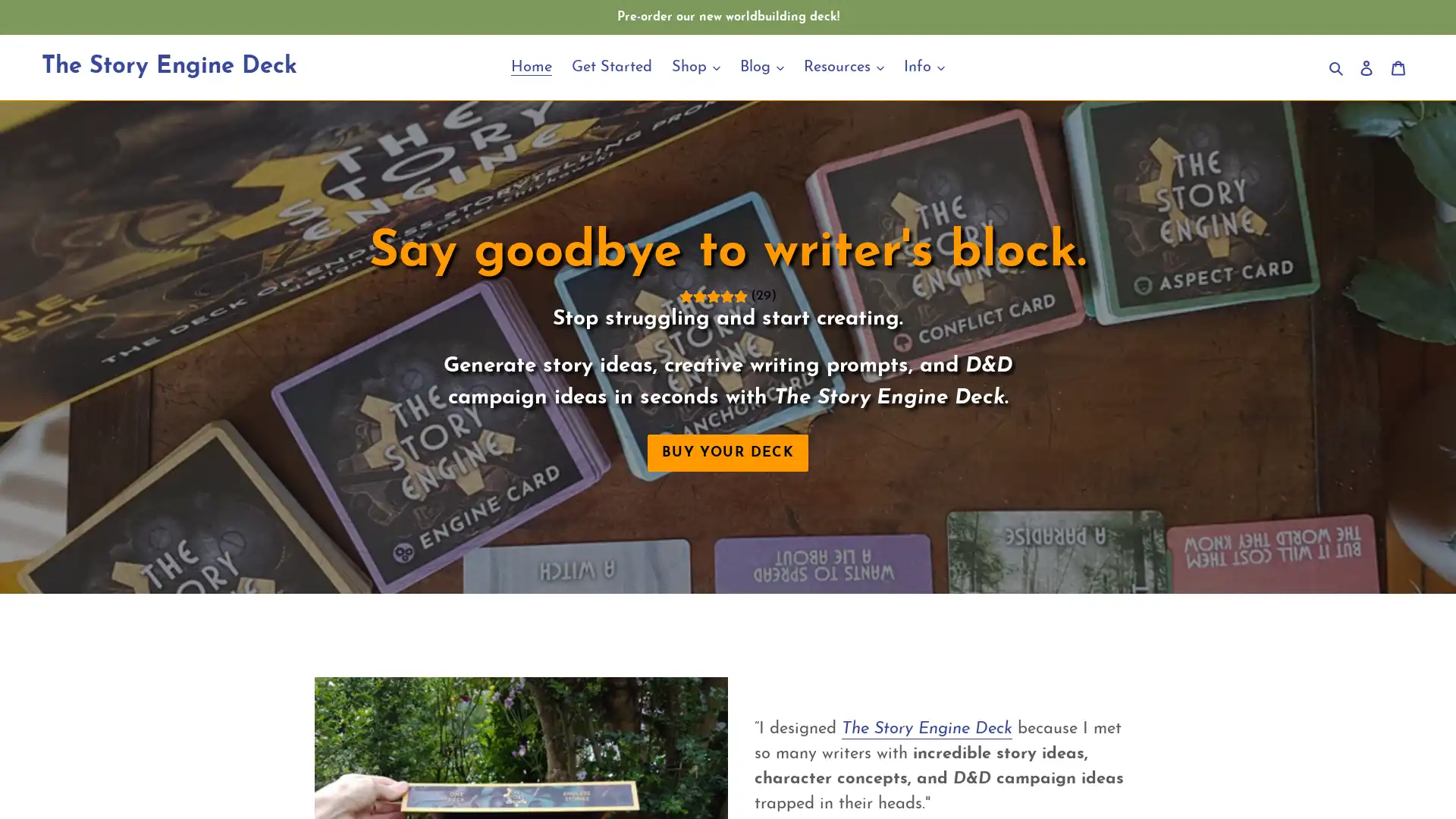 This screenshot has height=819, width=1456. Describe the element at coordinates (924, 66) in the screenshot. I see `Info` at that location.